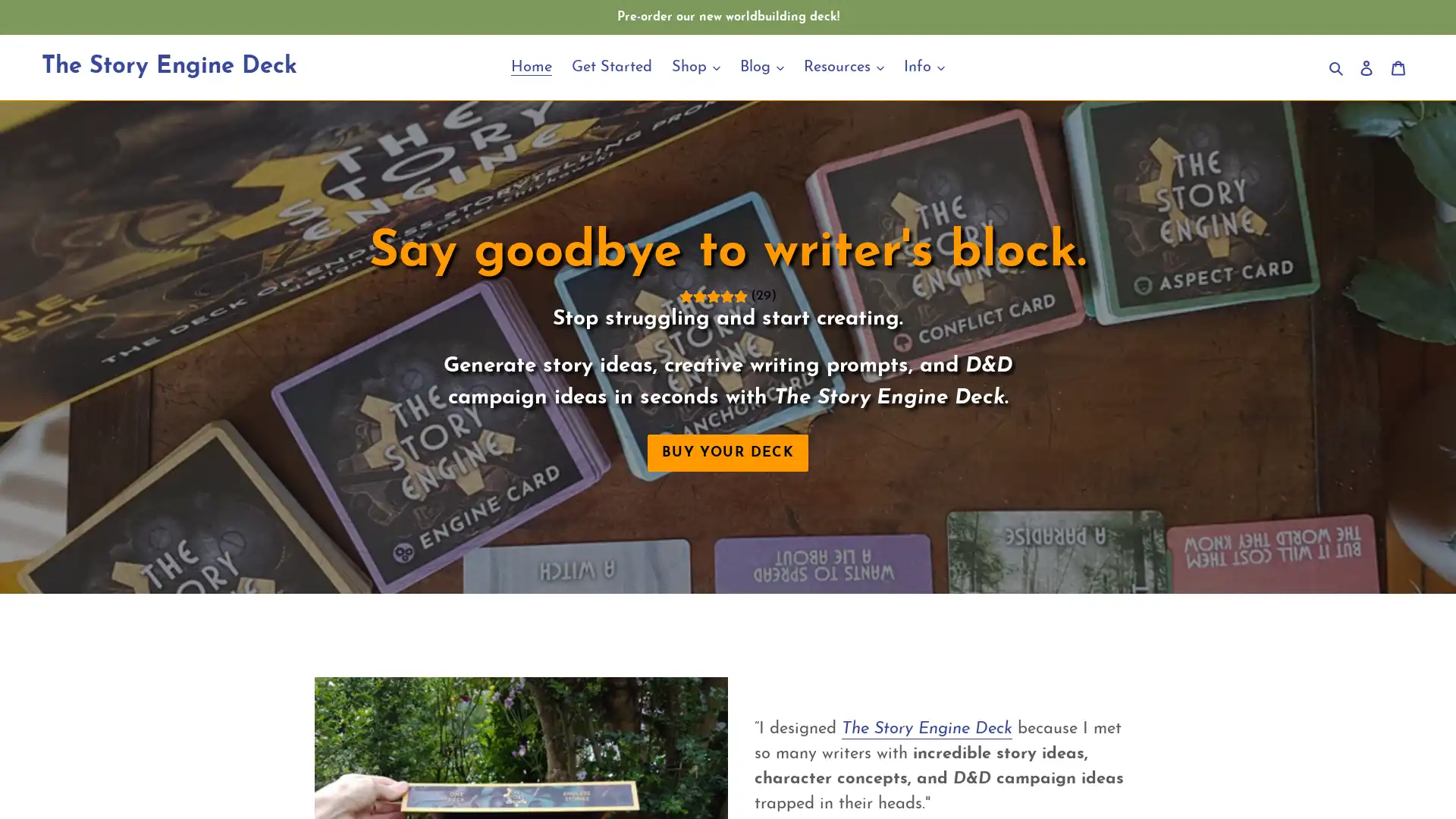 This screenshot has height=819, width=1456. Describe the element at coordinates (924, 66) in the screenshot. I see `Info` at that location.